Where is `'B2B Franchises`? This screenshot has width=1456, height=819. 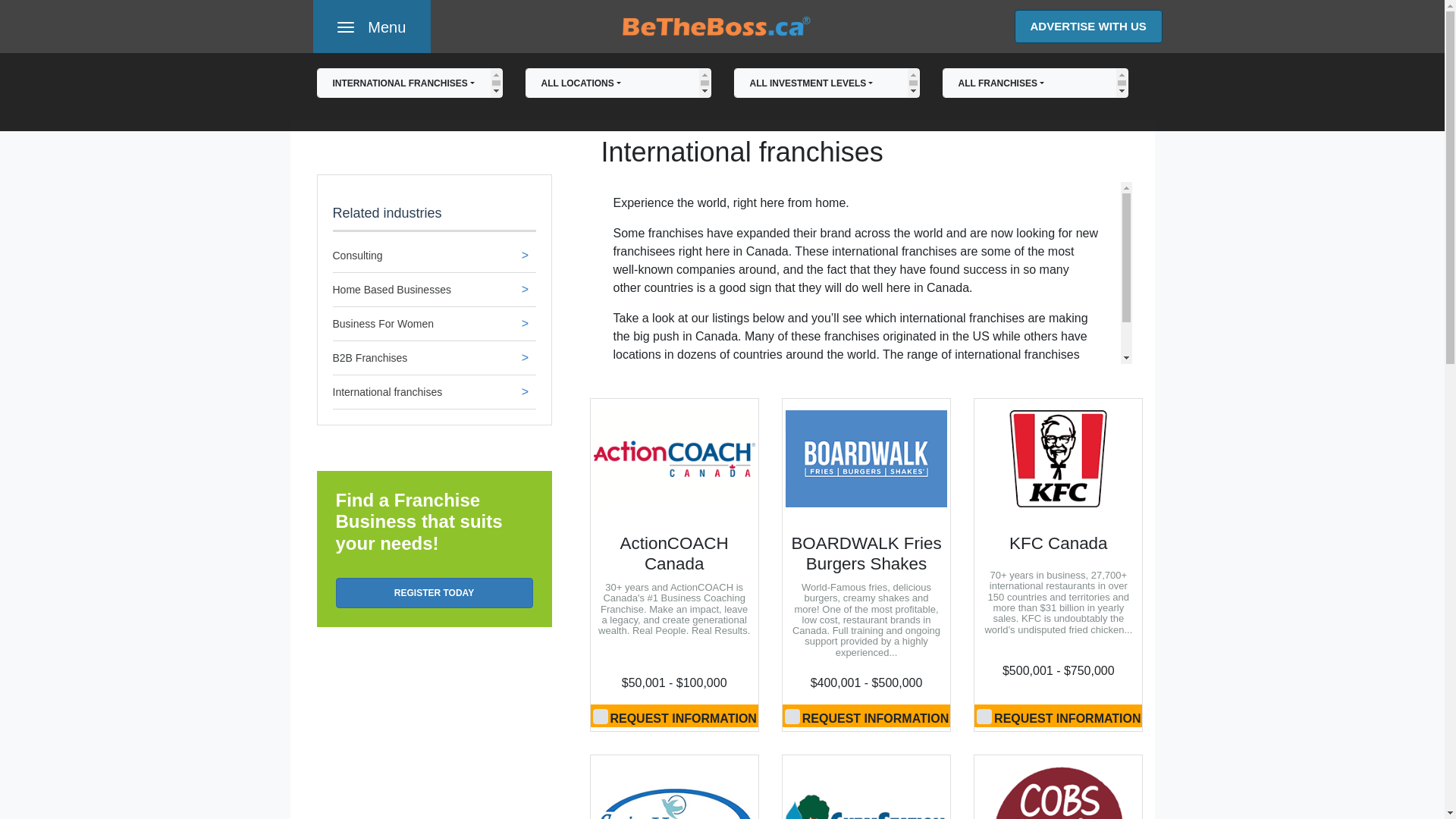
'B2B Franchises is located at coordinates (432, 362).